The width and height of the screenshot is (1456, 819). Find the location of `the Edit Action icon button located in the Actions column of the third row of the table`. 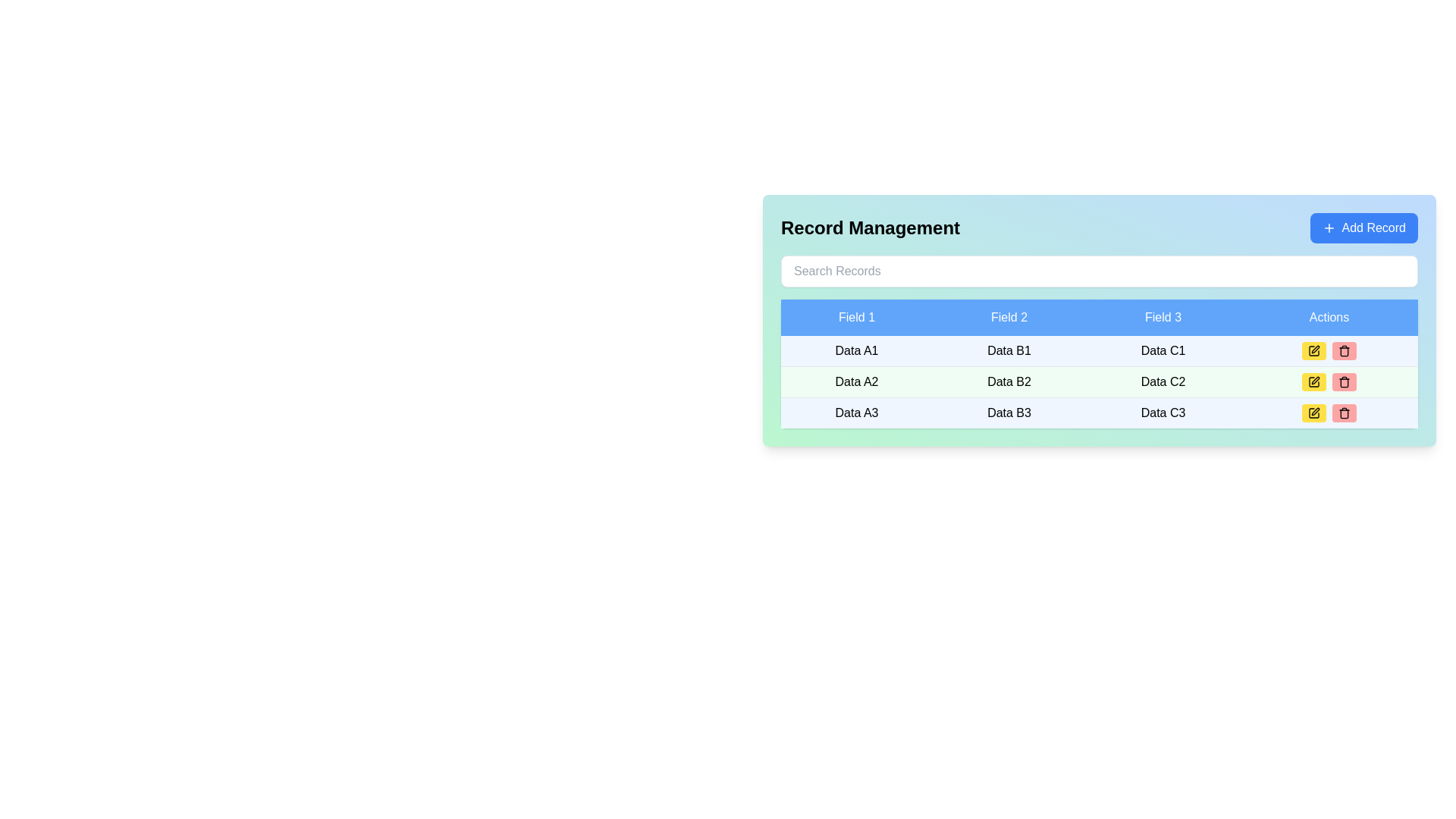

the Edit Action icon button located in the Actions column of the third row of the table is located at coordinates (1315, 350).